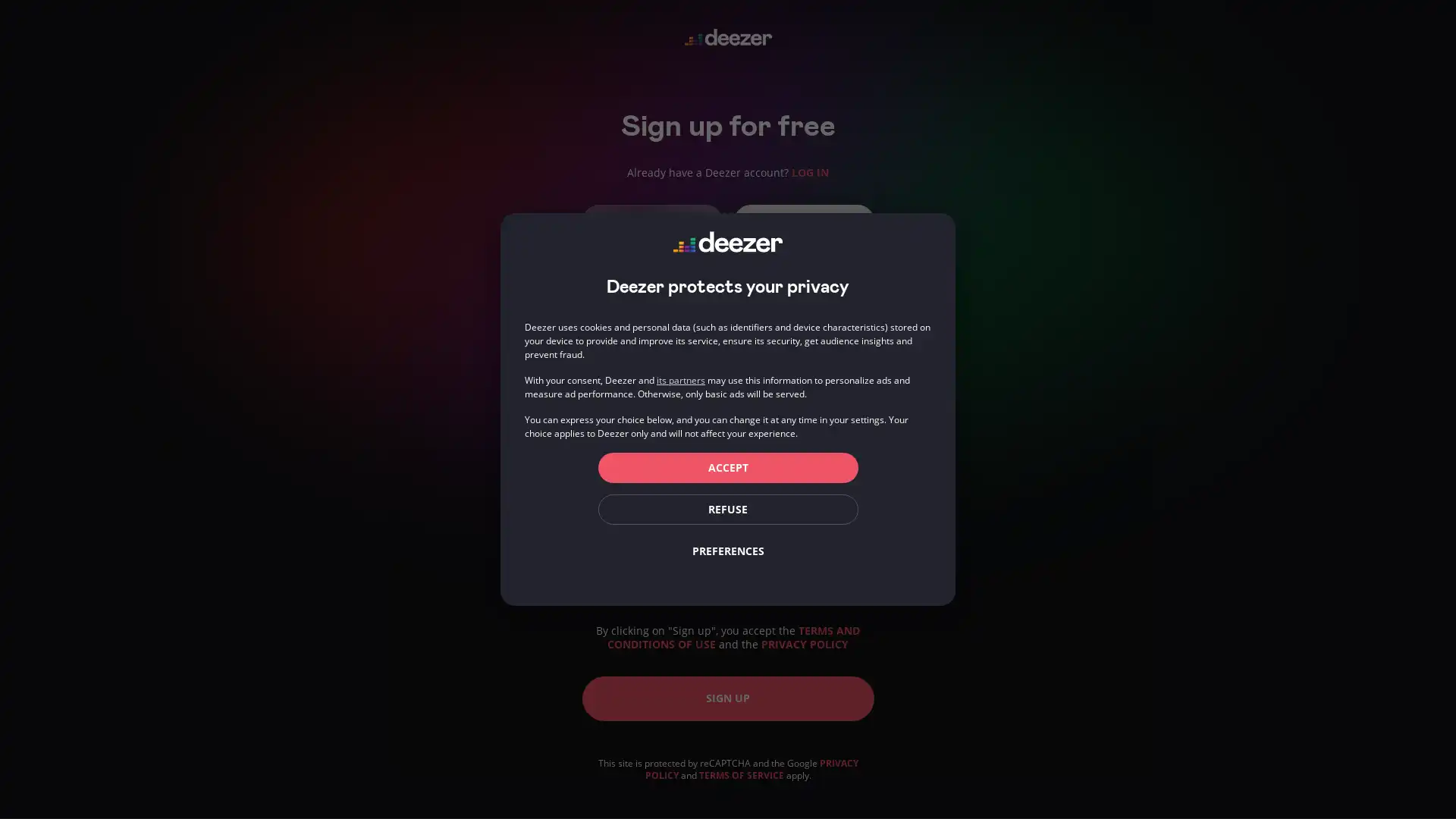  I want to click on FACEBOOK, so click(651, 220).